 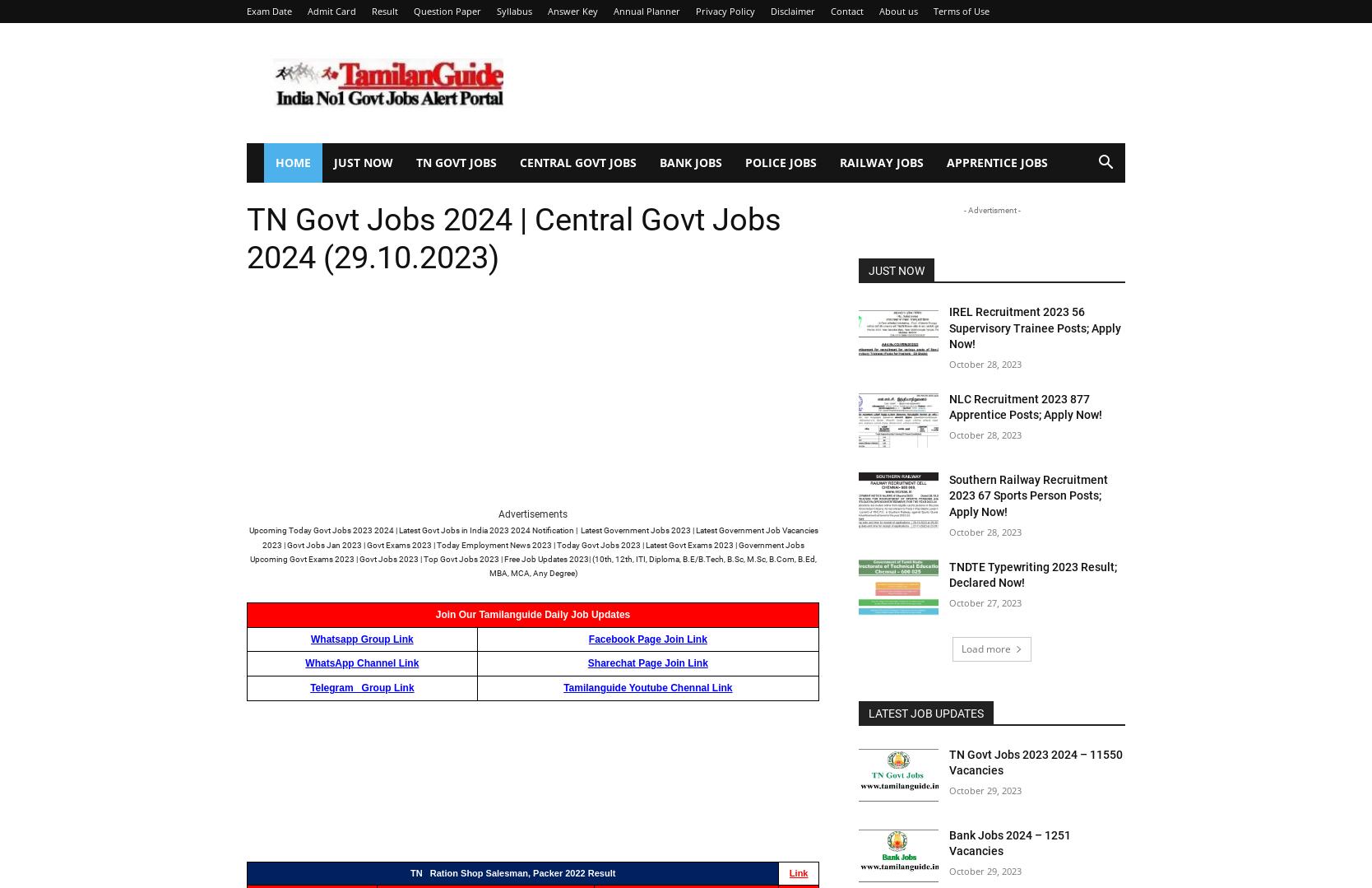 What do you see at coordinates (926, 713) in the screenshot?
I see `'Latest Job Updates'` at bounding box center [926, 713].